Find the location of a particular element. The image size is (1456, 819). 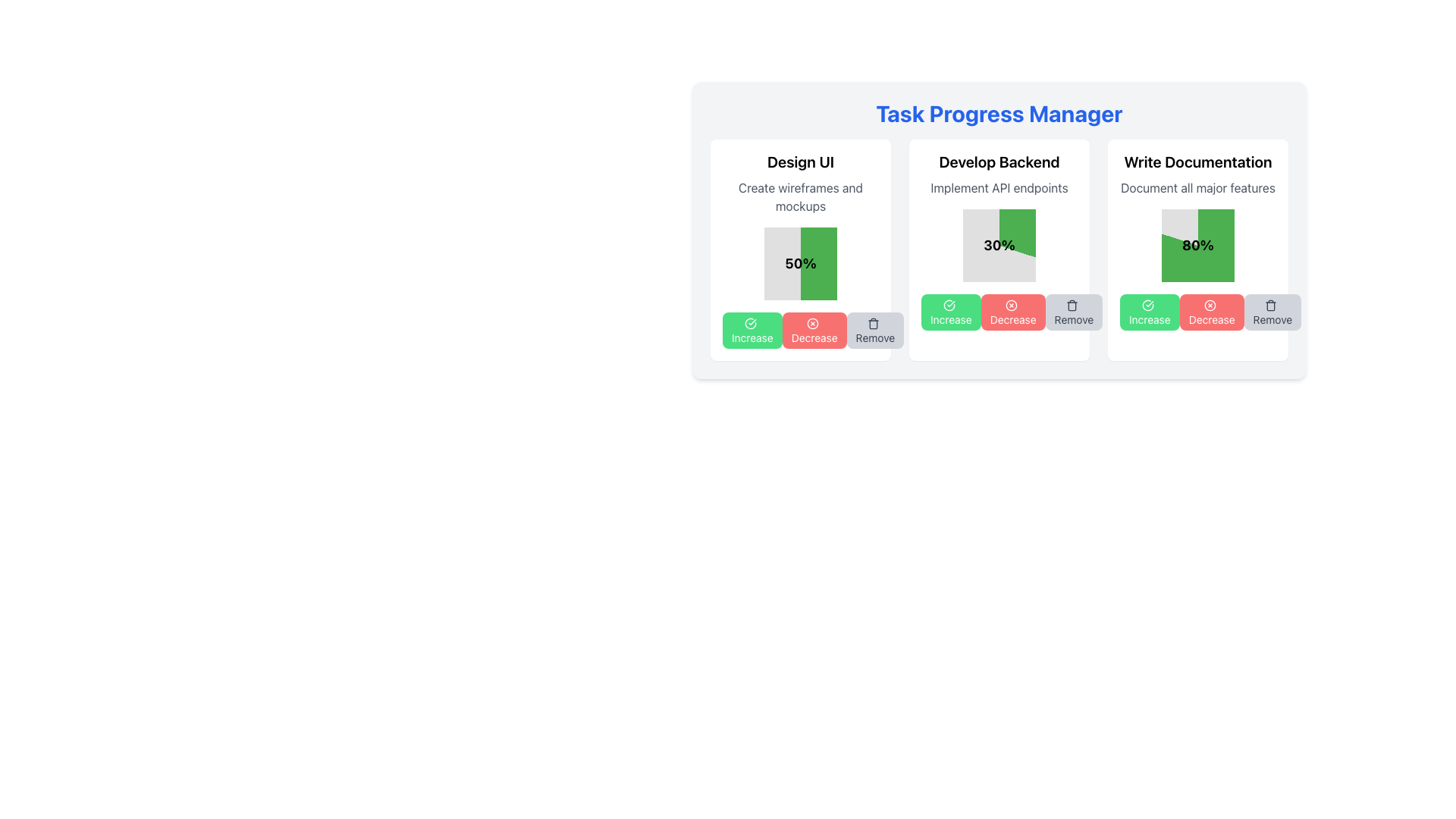

the trash bin icon located to the left of the 'Remove' label within the 'Remove' button in the 'Develop Backend' panel of the 'Task Progress Manager' interface is located at coordinates (1072, 306).